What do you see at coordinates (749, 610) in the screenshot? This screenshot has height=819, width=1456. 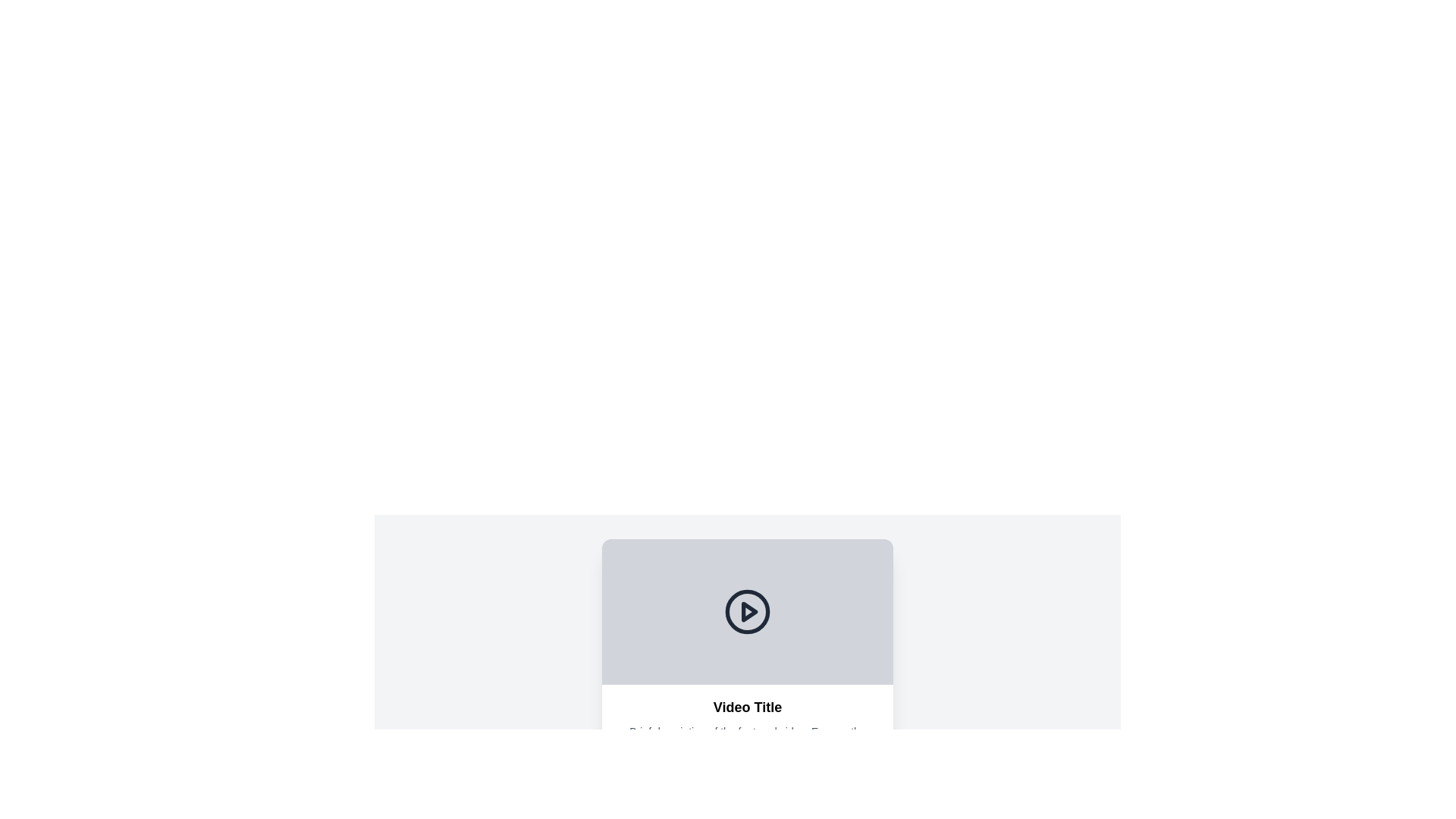 I see `the play icon, a triangular button indicating media playback, to initiate playback` at bounding box center [749, 610].